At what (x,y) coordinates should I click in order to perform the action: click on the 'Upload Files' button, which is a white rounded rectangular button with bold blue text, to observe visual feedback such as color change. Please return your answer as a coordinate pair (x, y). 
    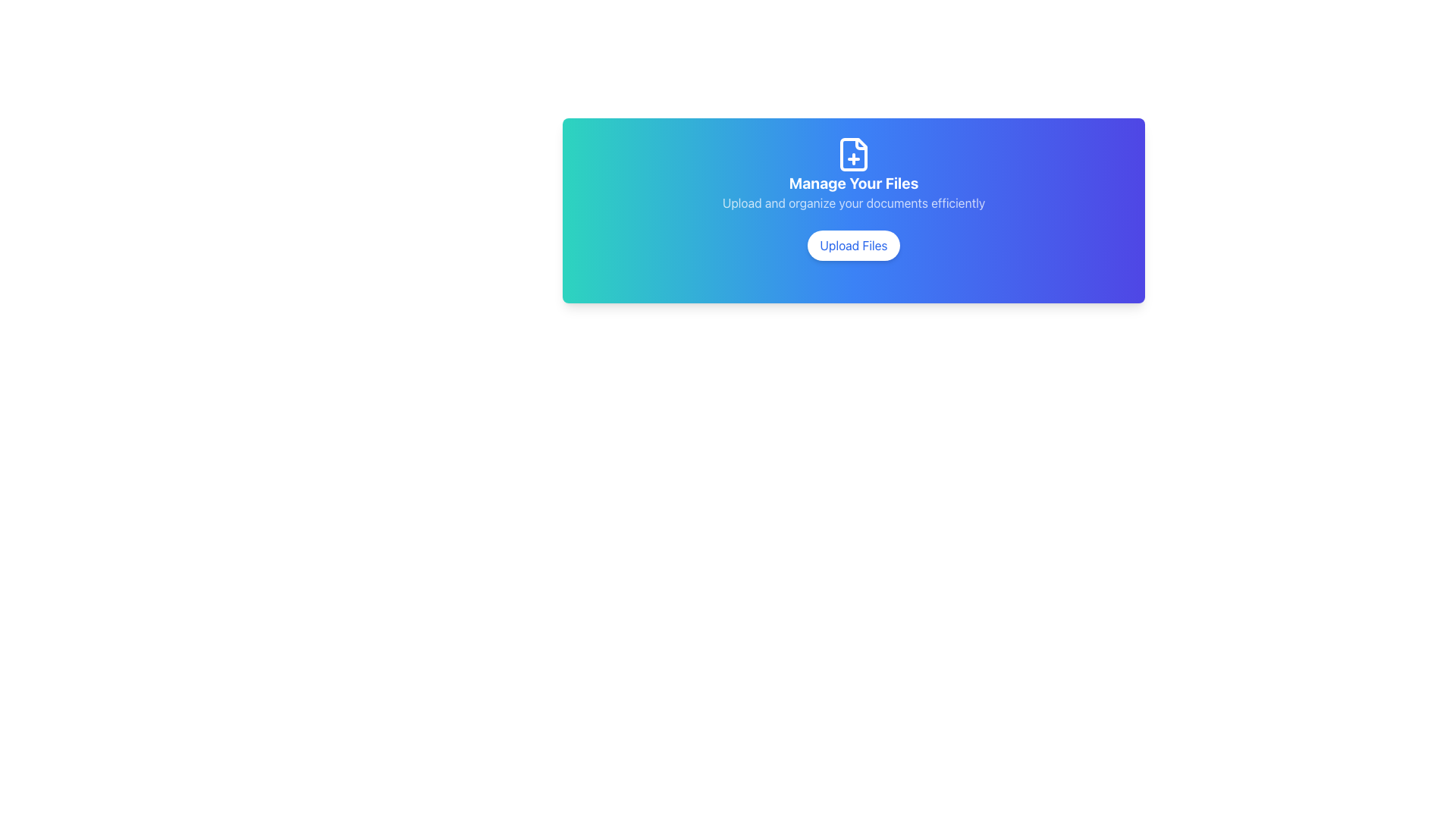
    Looking at the image, I should click on (854, 245).